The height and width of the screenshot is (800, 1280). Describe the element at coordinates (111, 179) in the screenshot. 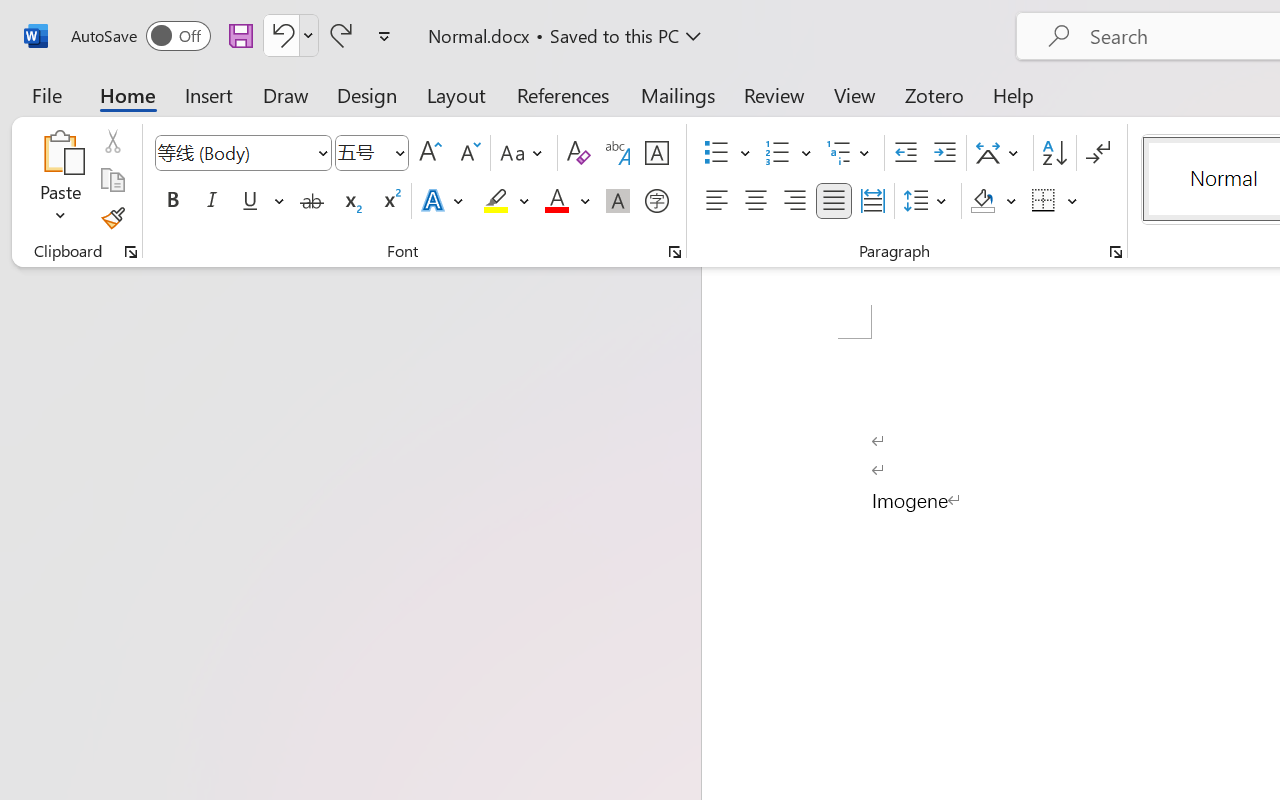

I see `'Copy'` at that location.